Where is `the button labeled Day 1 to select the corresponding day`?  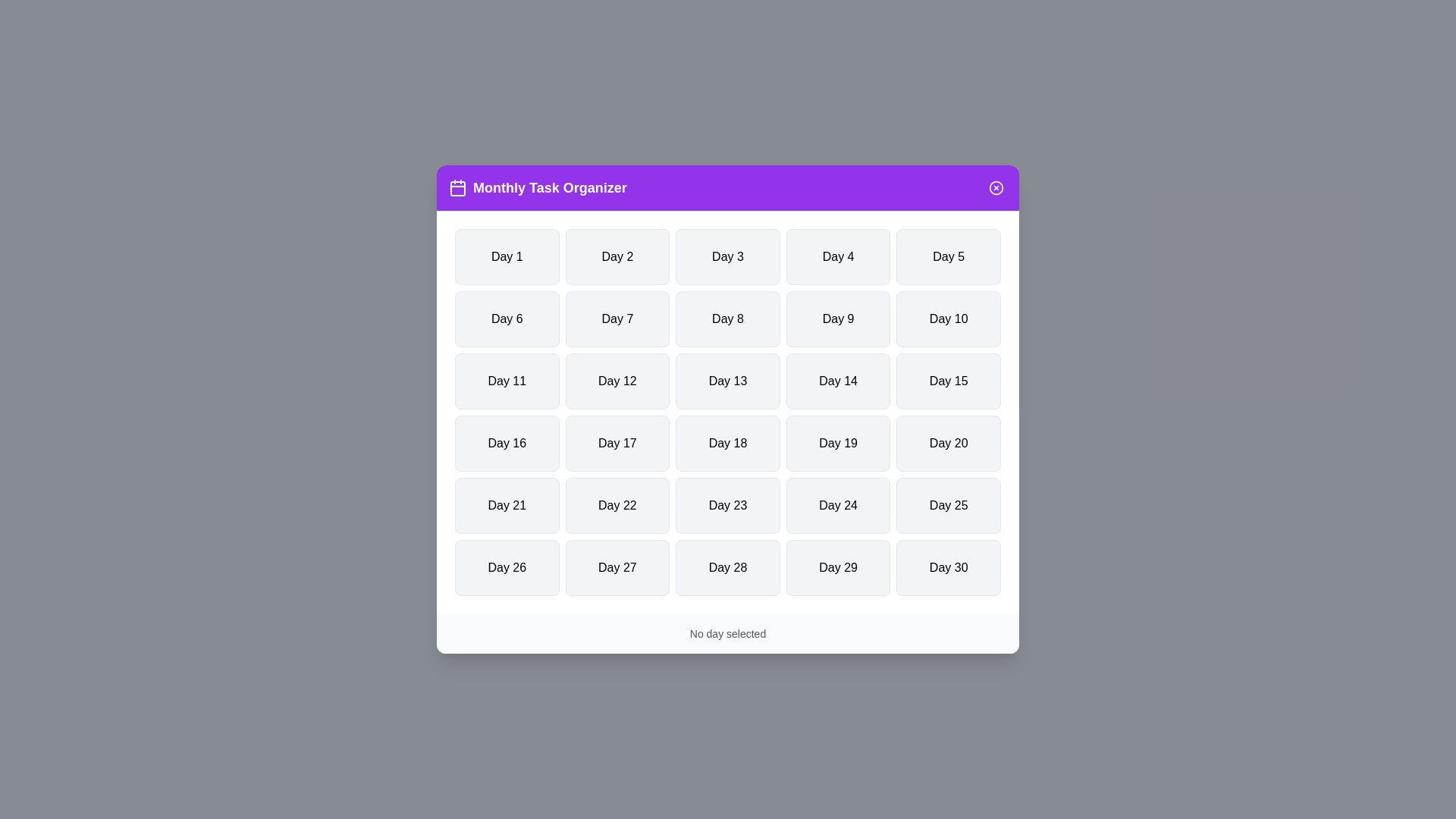 the button labeled Day 1 to select the corresponding day is located at coordinates (507, 256).